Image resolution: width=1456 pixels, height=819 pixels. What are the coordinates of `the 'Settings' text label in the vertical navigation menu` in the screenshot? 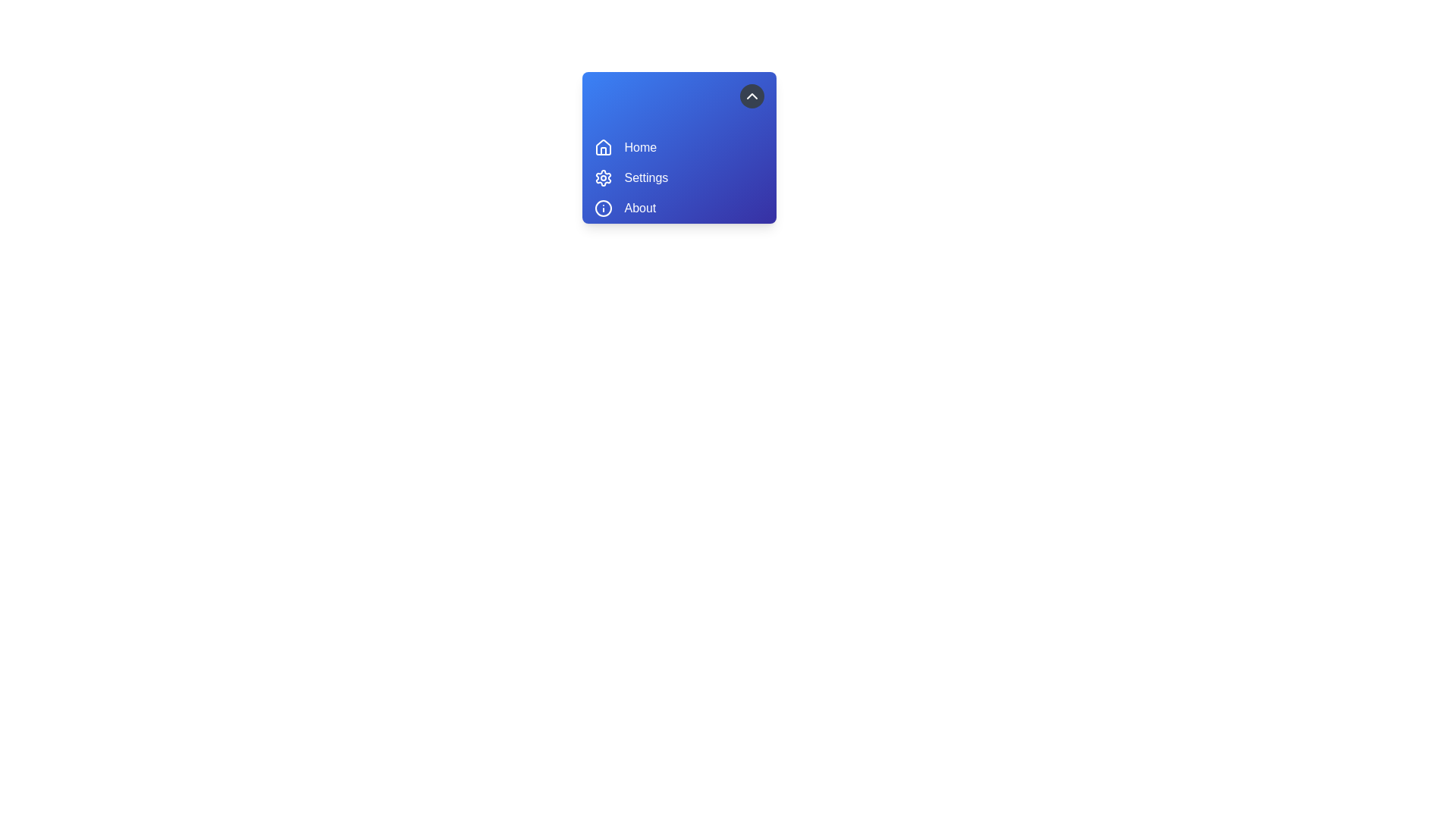 It's located at (646, 177).